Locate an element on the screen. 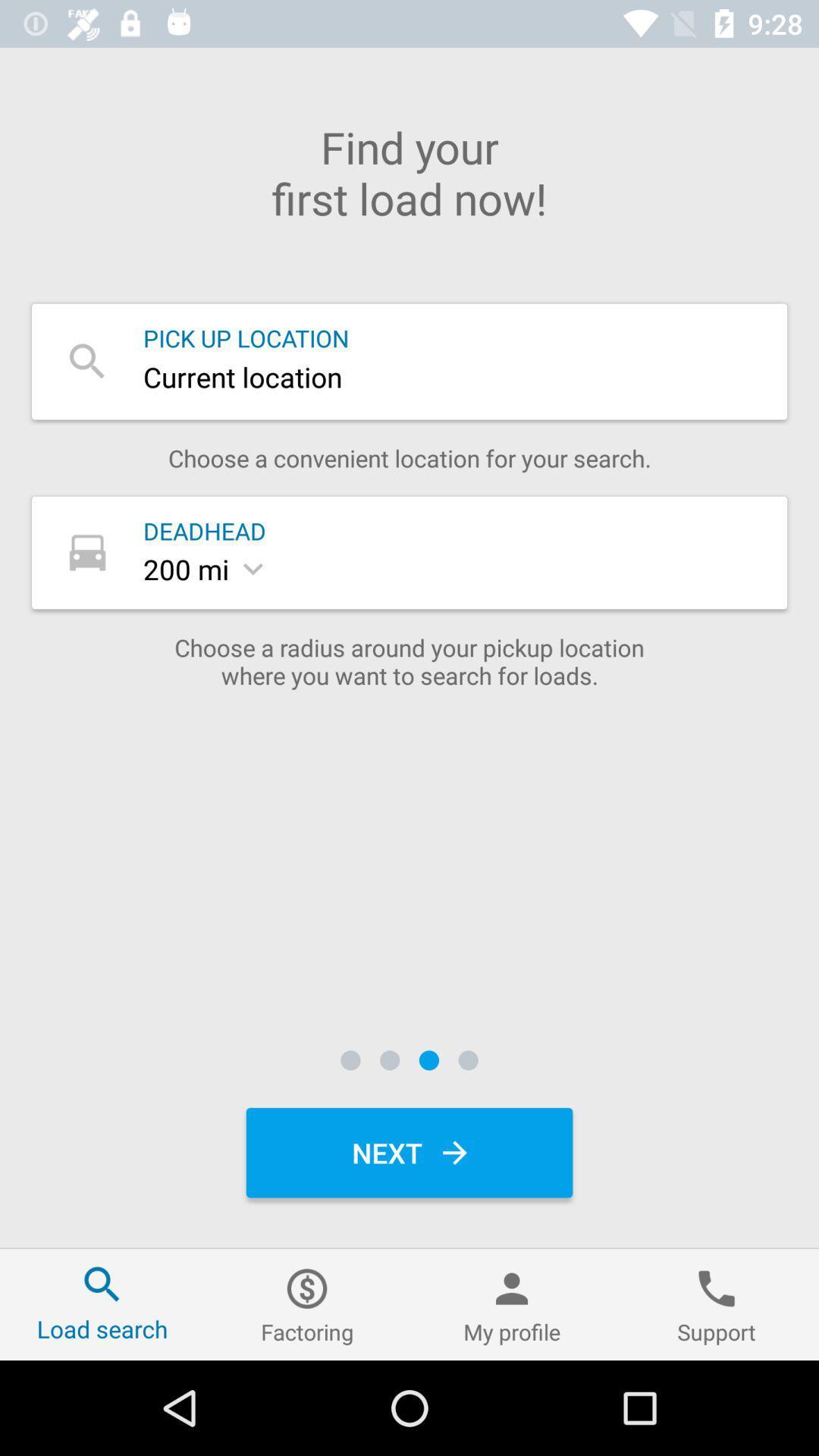  icon to the left of support is located at coordinates (512, 1304).